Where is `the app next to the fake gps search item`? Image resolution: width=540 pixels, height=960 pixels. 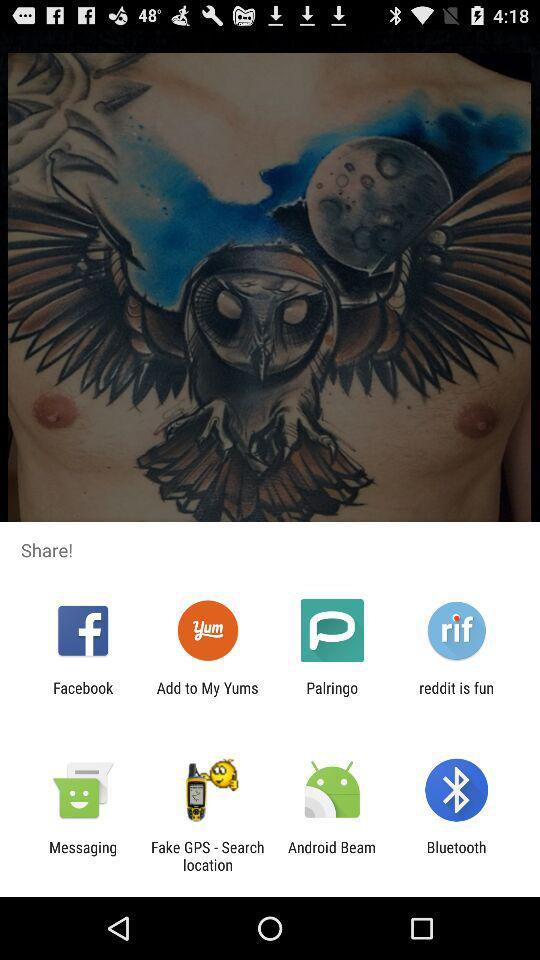
the app next to the fake gps search item is located at coordinates (82, 855).